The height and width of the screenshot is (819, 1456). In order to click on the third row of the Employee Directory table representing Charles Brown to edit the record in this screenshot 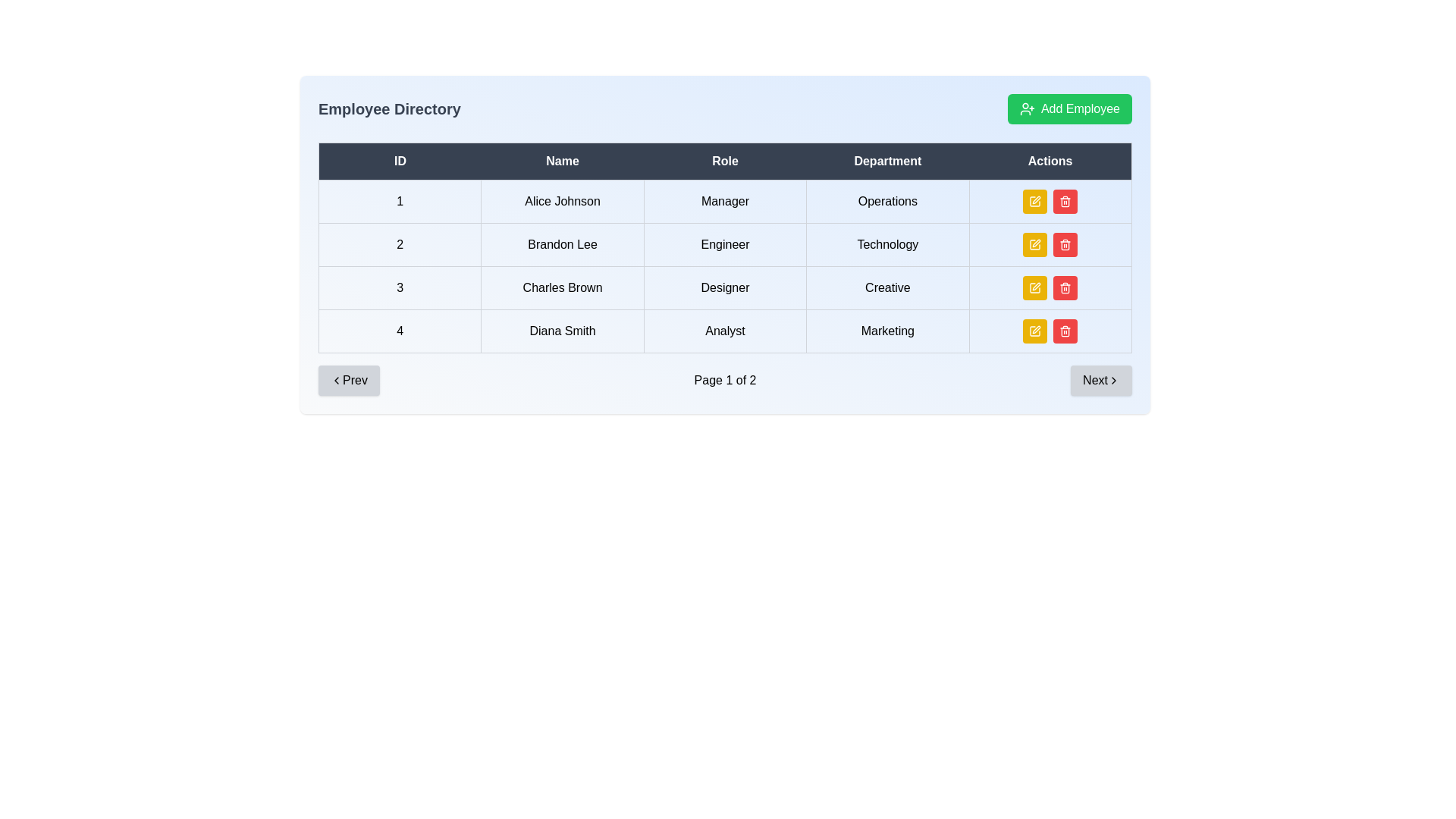, I will do `click(724, 288)`.